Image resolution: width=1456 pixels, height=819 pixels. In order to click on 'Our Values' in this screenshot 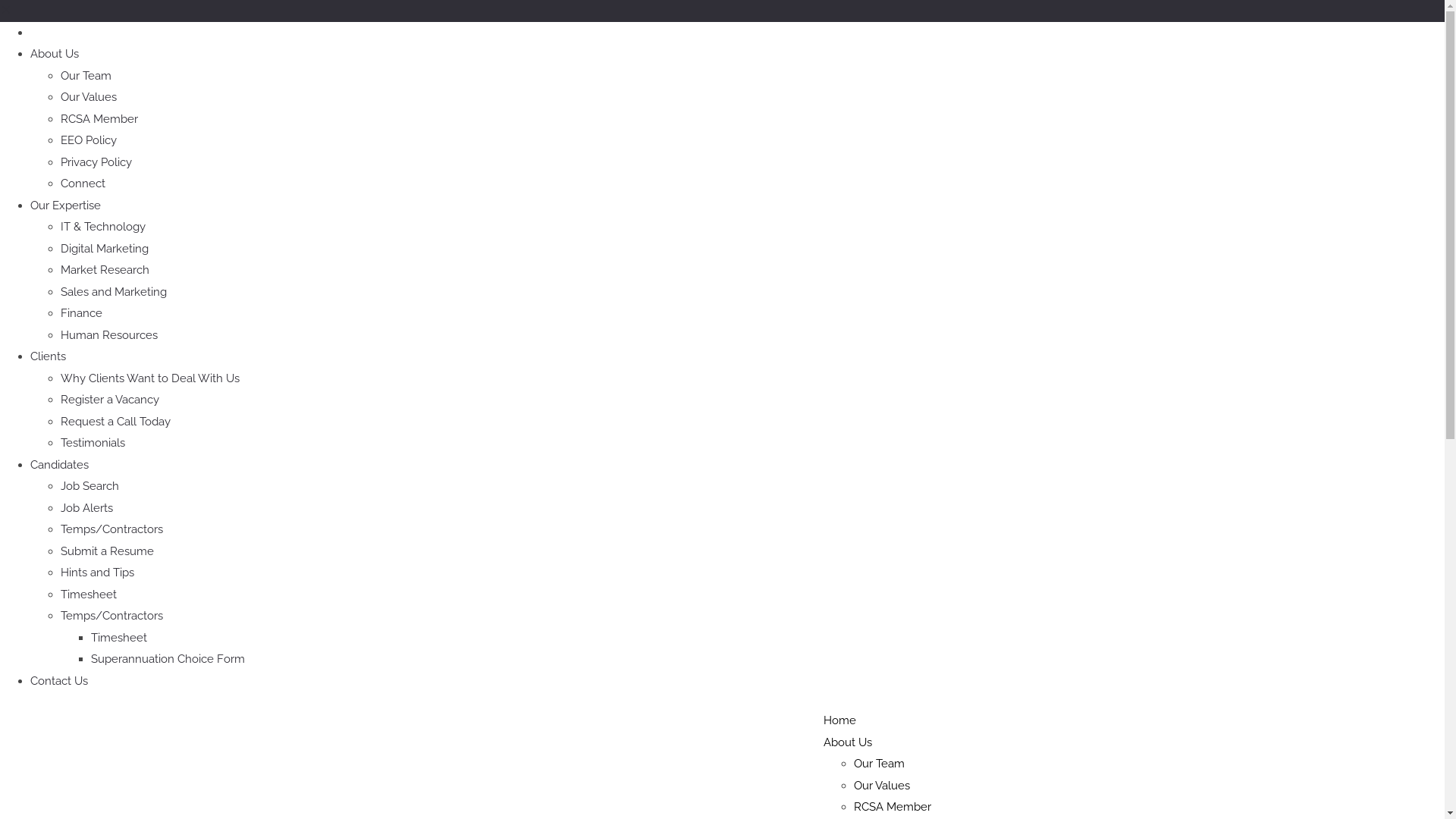, I will do `click(881, 784)`.